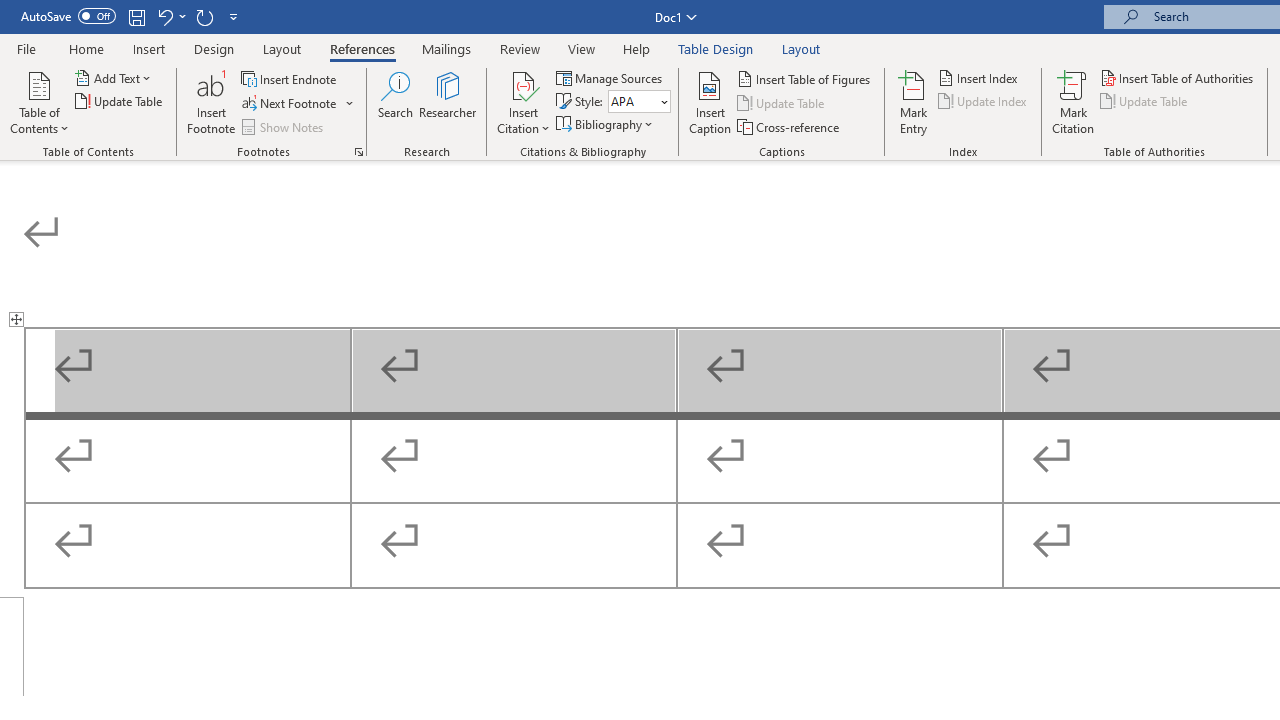  I want to click on 'Researcher', so click(447, 103).